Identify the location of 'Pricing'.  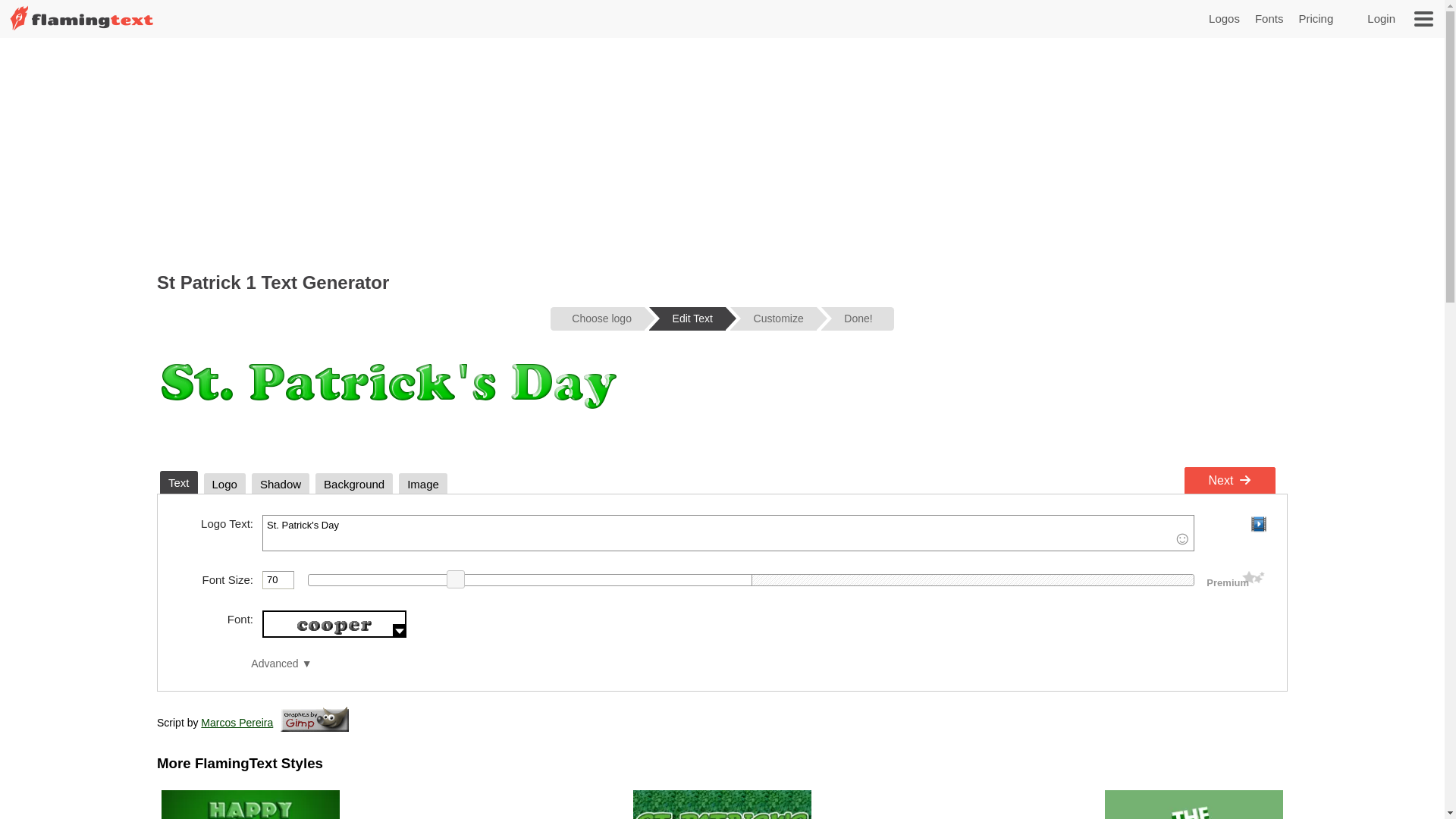
(1314, 18).